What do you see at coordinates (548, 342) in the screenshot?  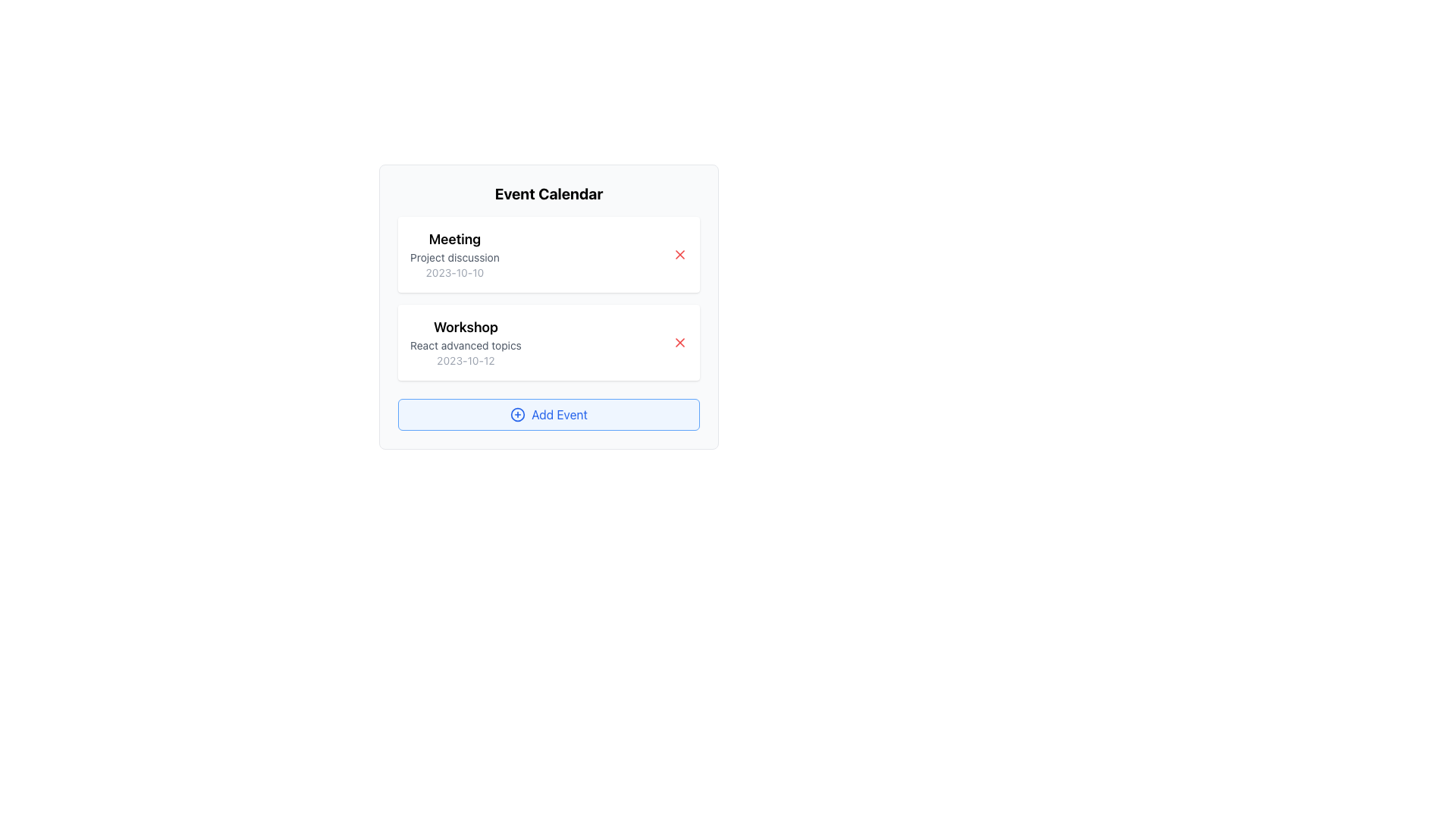 I see `the second card in the vertical stack representing the 'Workshop' event` at bounding box center [548, 342].